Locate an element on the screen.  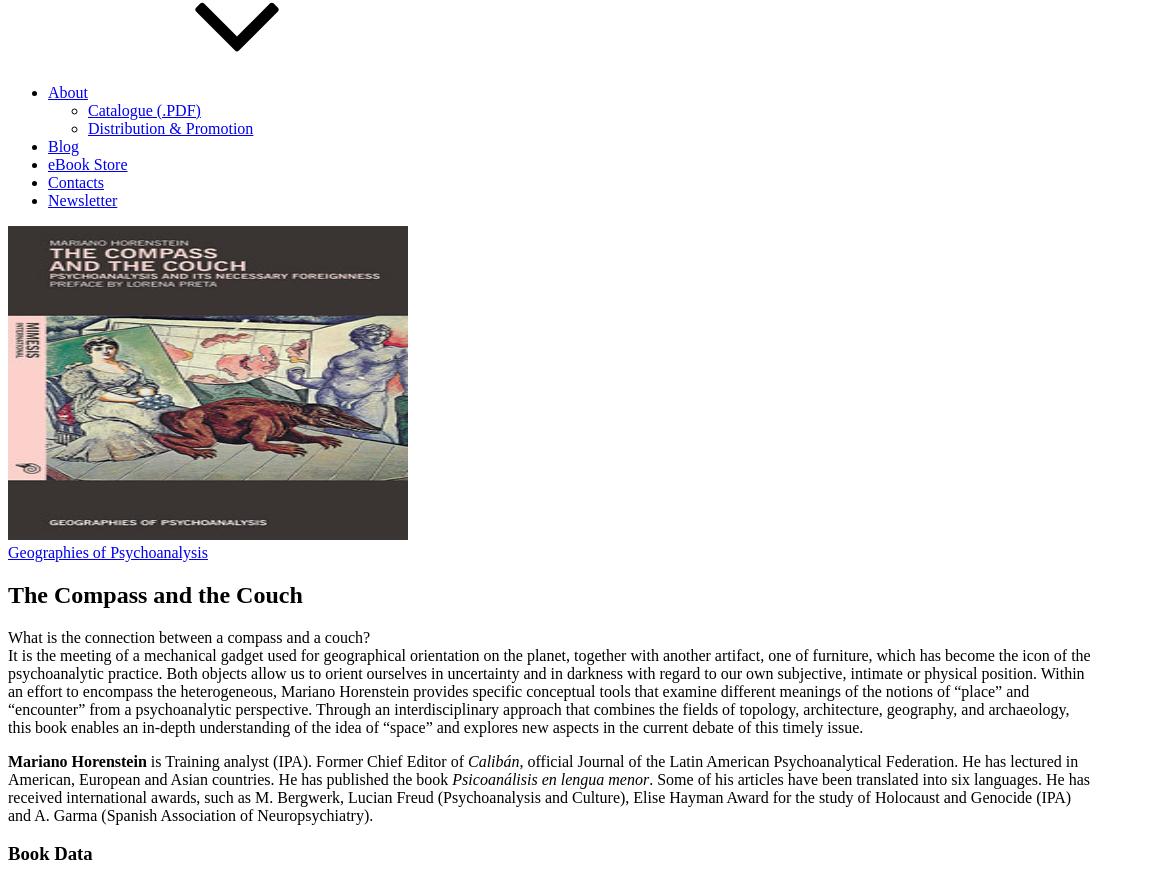
'The Compass and the Couch' is located at coordinates (154, 592).